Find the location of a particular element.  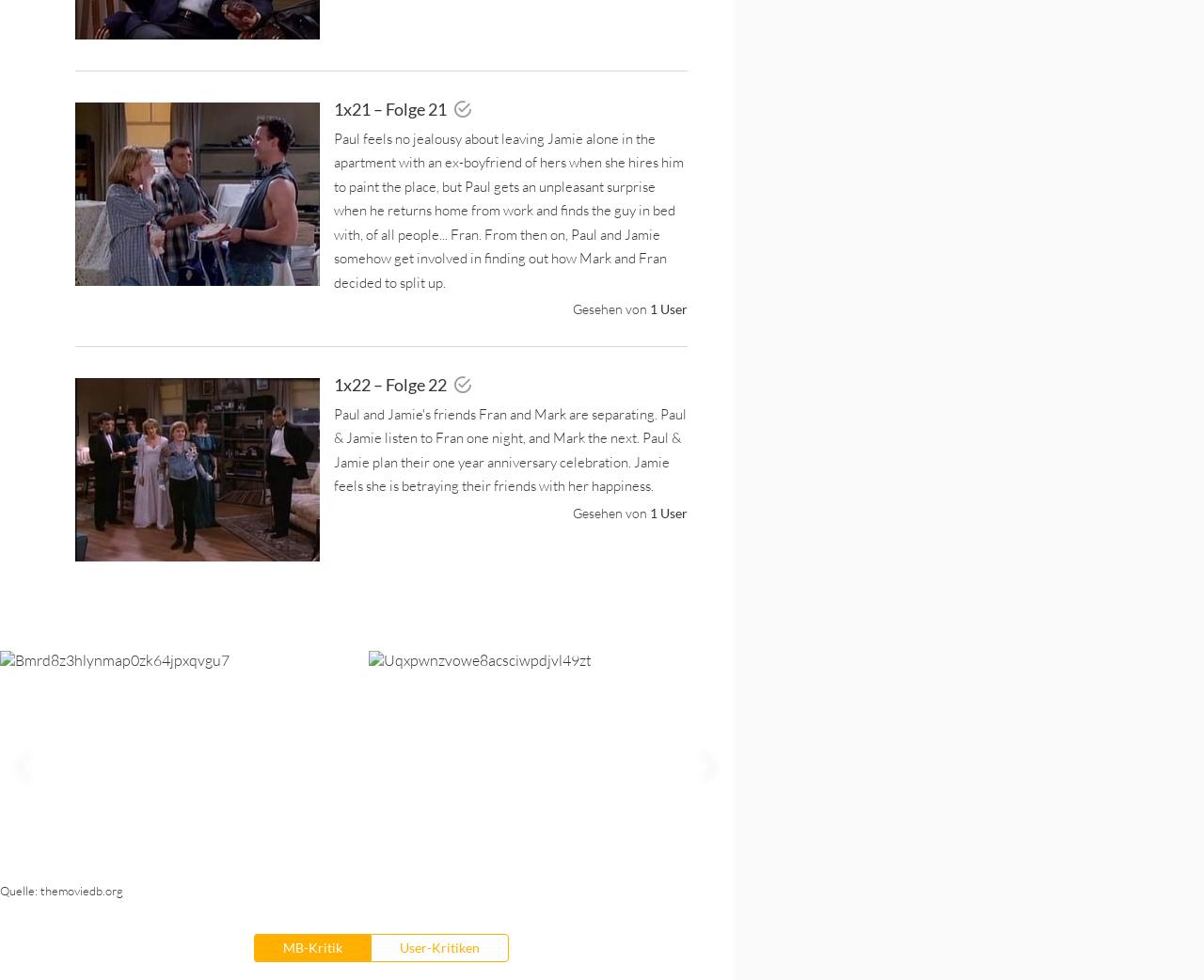

'Paul feels no jealousy about leaving Jamie alone in the apartment with an ex-boyfriend of hers when she hires him to paint the place, but Paul gets an unpleasant surprise when he returns home from work and finds the guy in bed with, of all people... Fran. From then on, Paul and Jamie somehow get involved in finding out how Mark and Fran decided to split up.' is located at coordinates (509, 208).